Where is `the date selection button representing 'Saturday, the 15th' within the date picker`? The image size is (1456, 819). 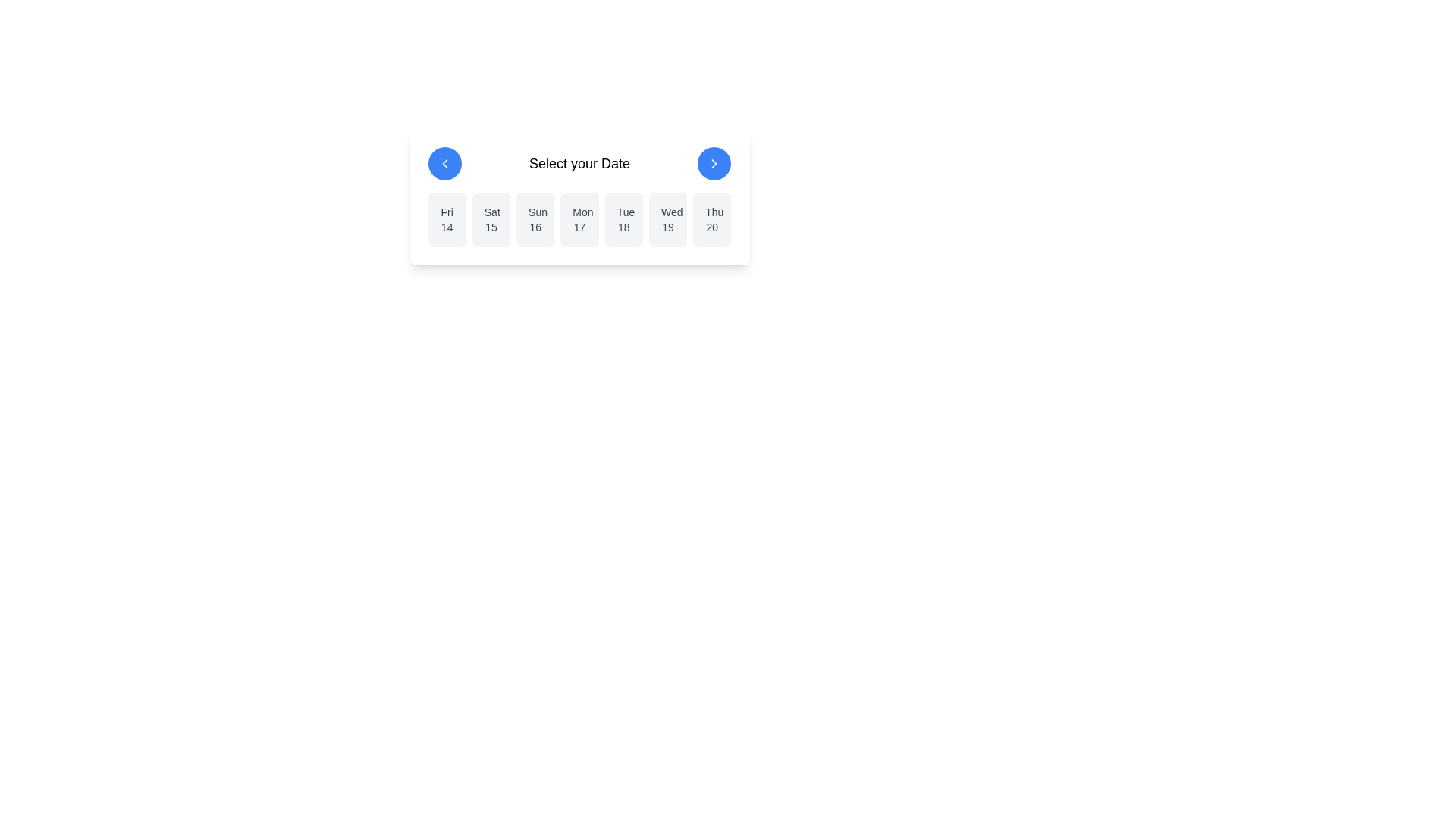
the date selection button representing 'Saturday, the 15th' within the date picker is located at coordinates (491, 219).